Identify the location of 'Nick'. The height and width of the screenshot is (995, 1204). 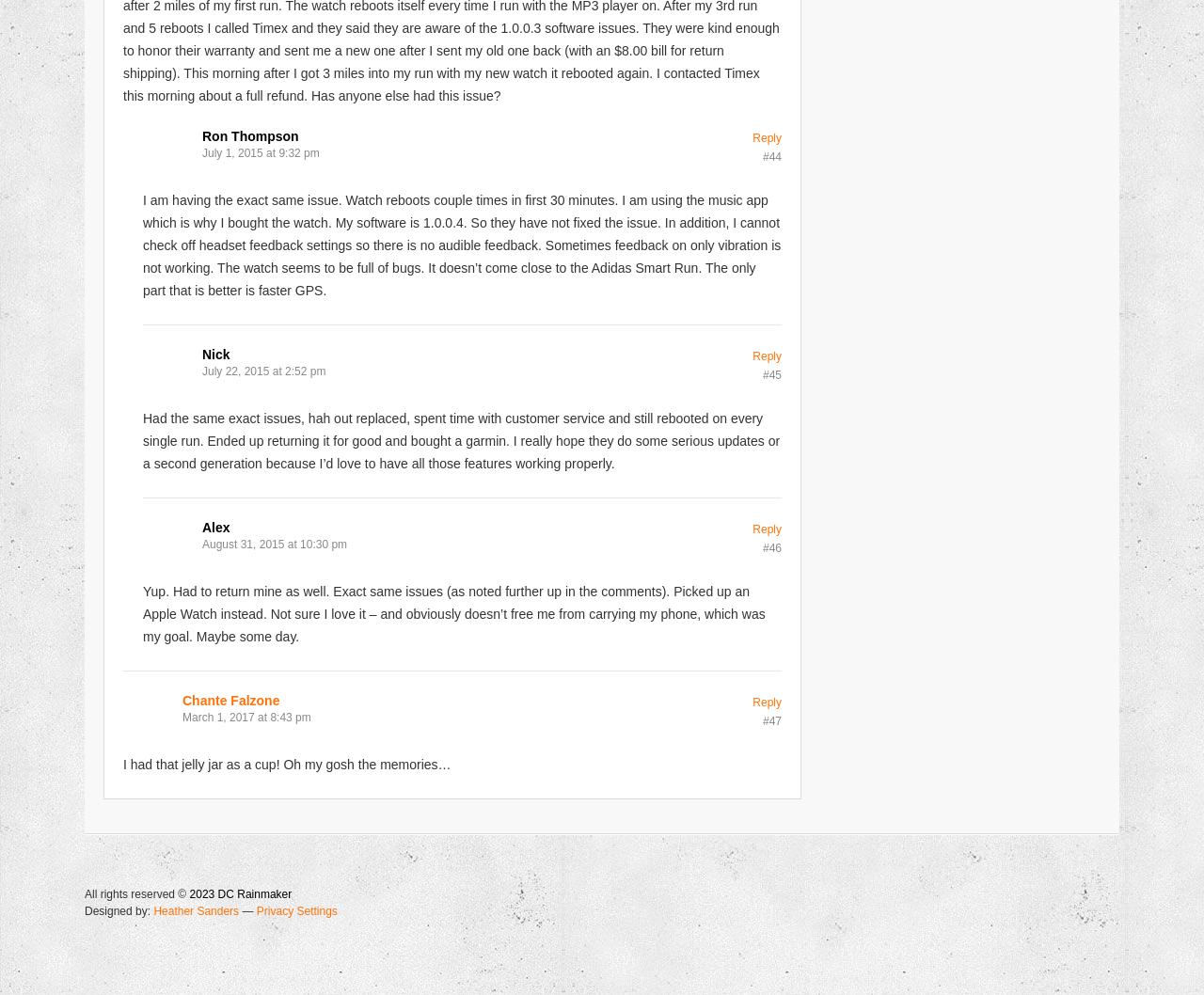
(215, 354).